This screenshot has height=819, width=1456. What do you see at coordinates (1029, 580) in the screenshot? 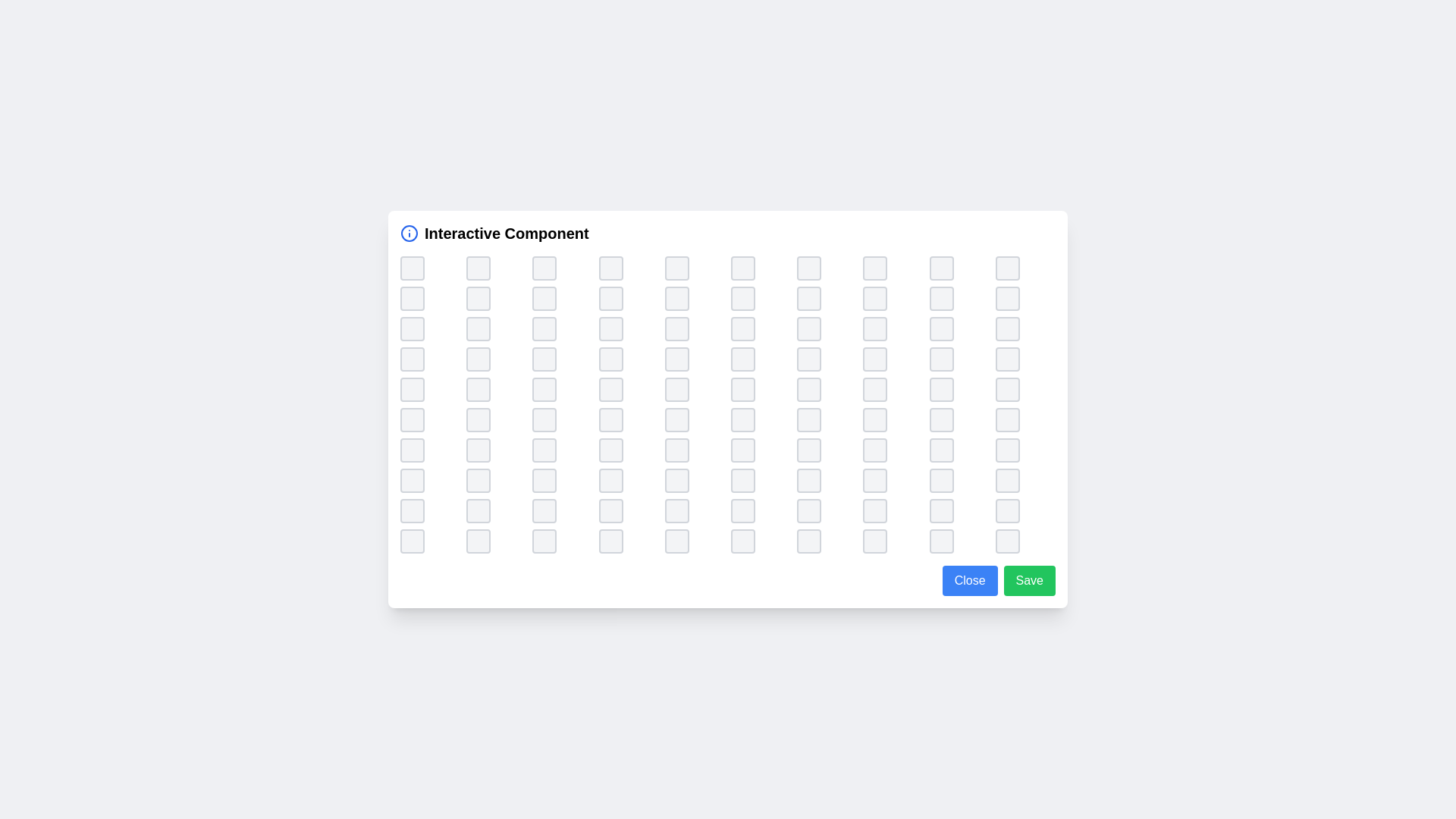
I see `the 'Save' button to save the current state` at bounding box center [1029, 580].